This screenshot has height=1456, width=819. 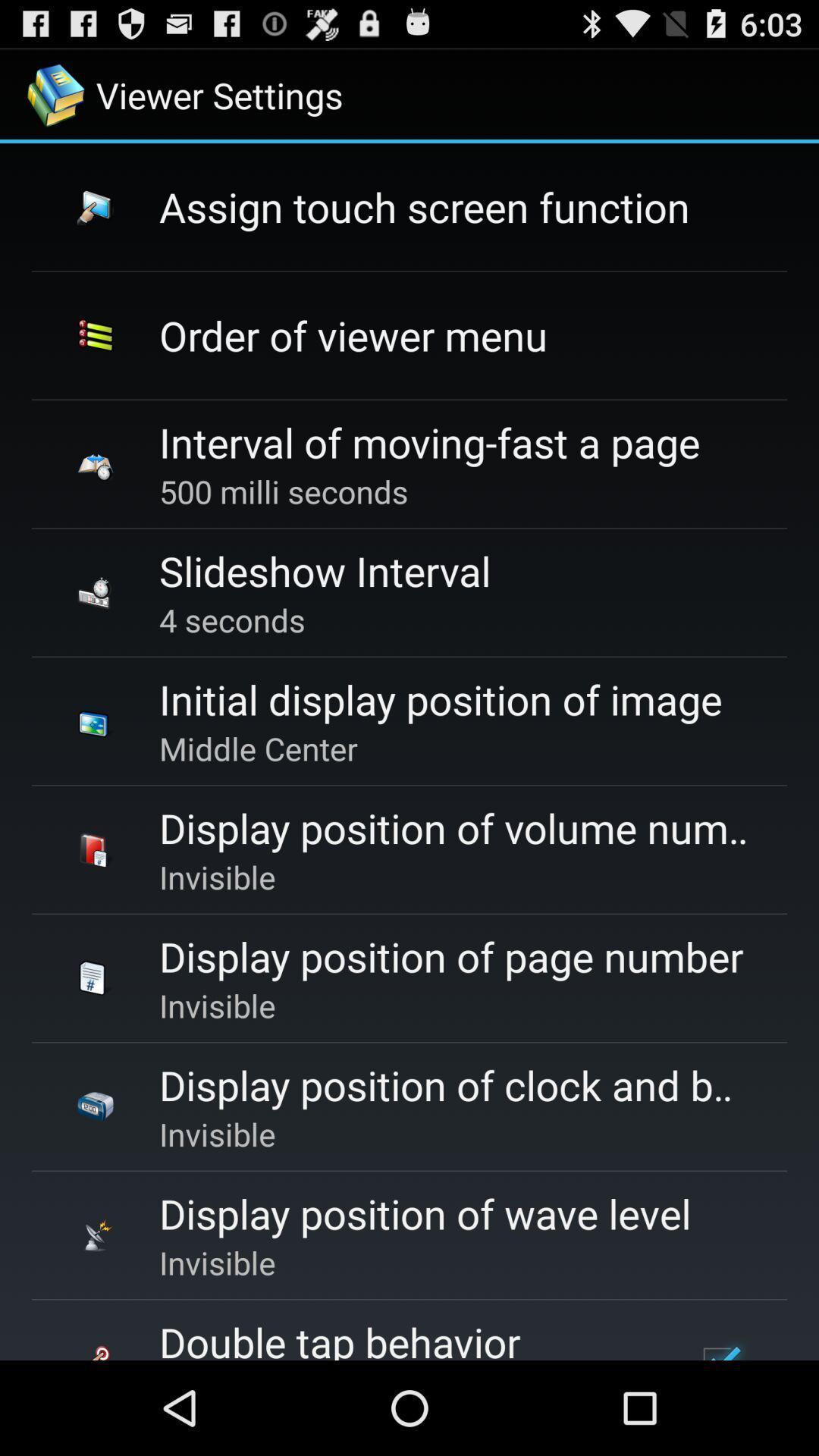 What do you see at coordinates (257, 748) in the screenshot?
I see `middle center item` at bounding box center [257, 748].